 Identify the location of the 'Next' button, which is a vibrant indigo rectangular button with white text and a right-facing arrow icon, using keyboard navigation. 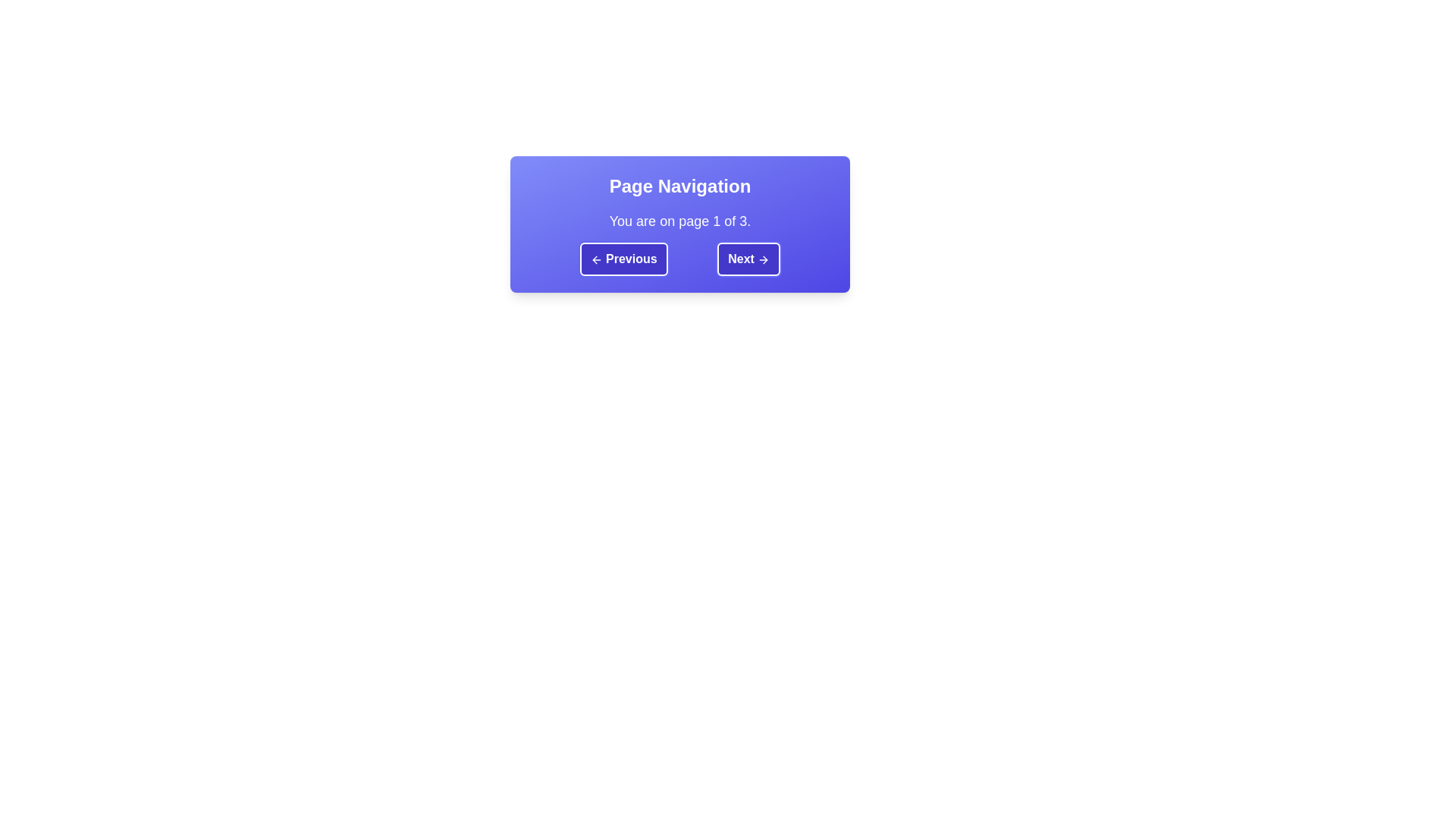
(748, 259).